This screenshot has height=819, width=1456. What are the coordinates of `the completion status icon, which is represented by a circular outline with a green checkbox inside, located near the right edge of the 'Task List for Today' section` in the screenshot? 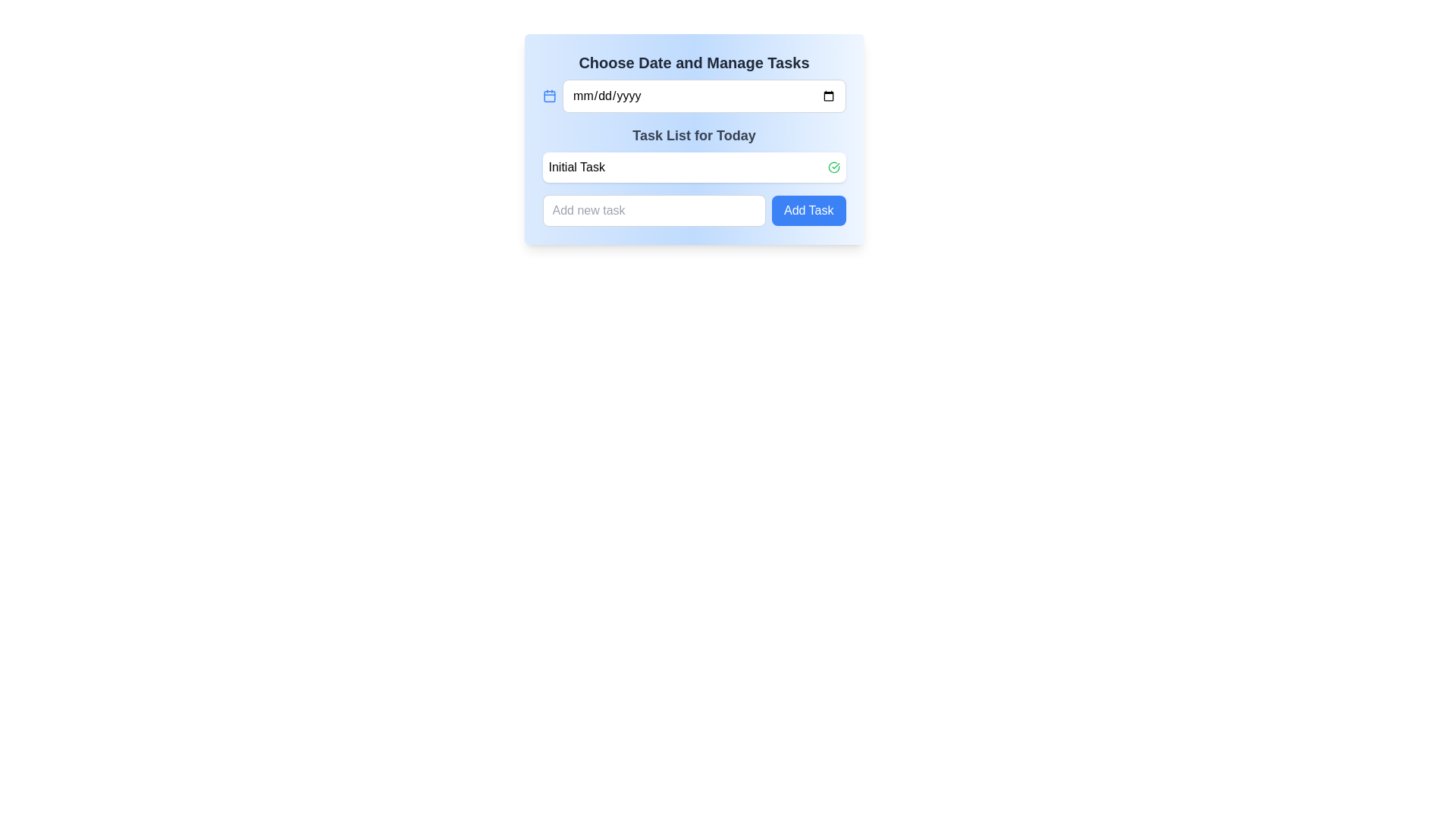 It's located at (833, 167).